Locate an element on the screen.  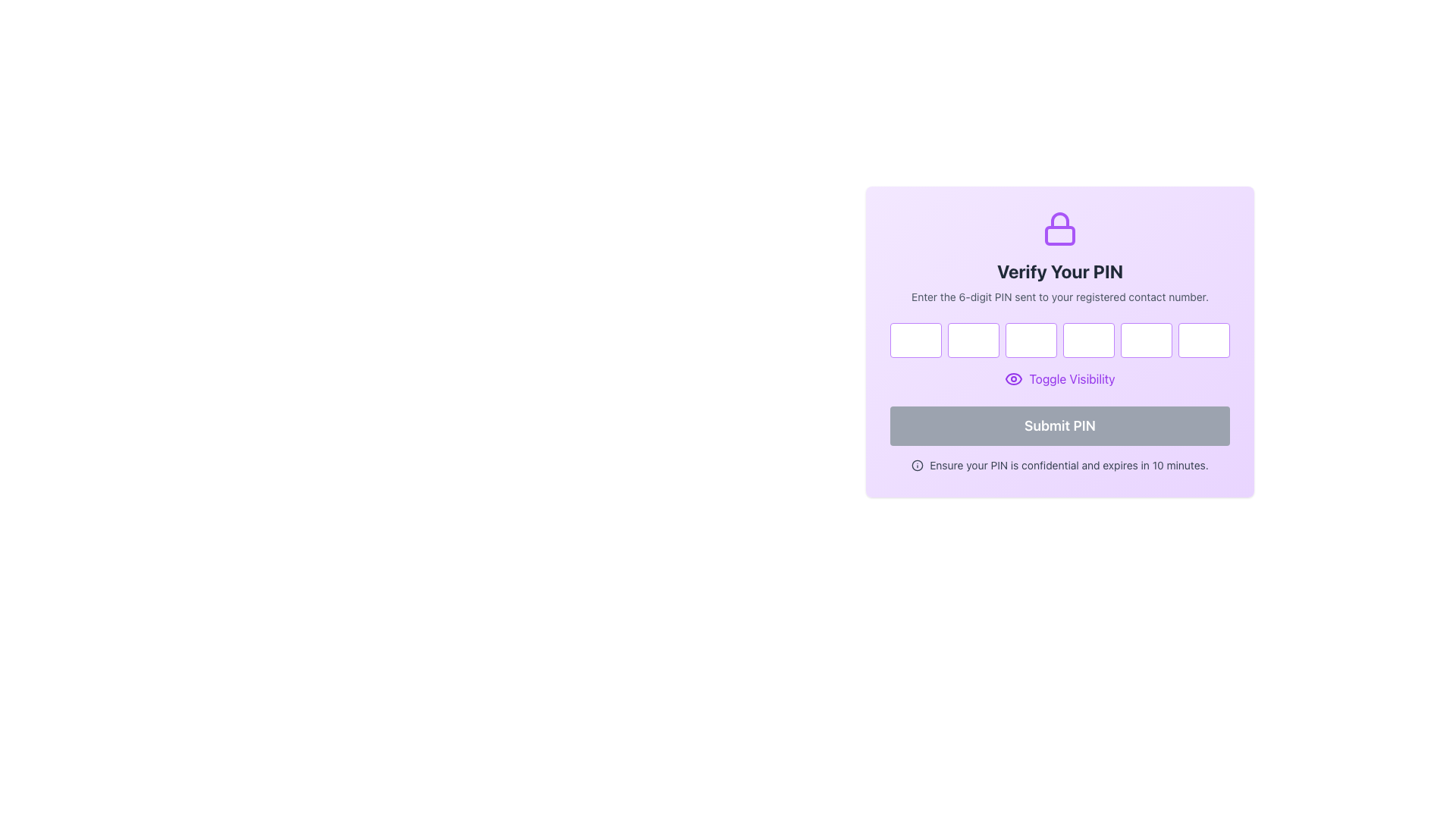
the 'Toggle Visibility' button which has purple text and an eye icon, located centrally in the card above the 'Submit PIN' button is located at coordinates (1059, 378).